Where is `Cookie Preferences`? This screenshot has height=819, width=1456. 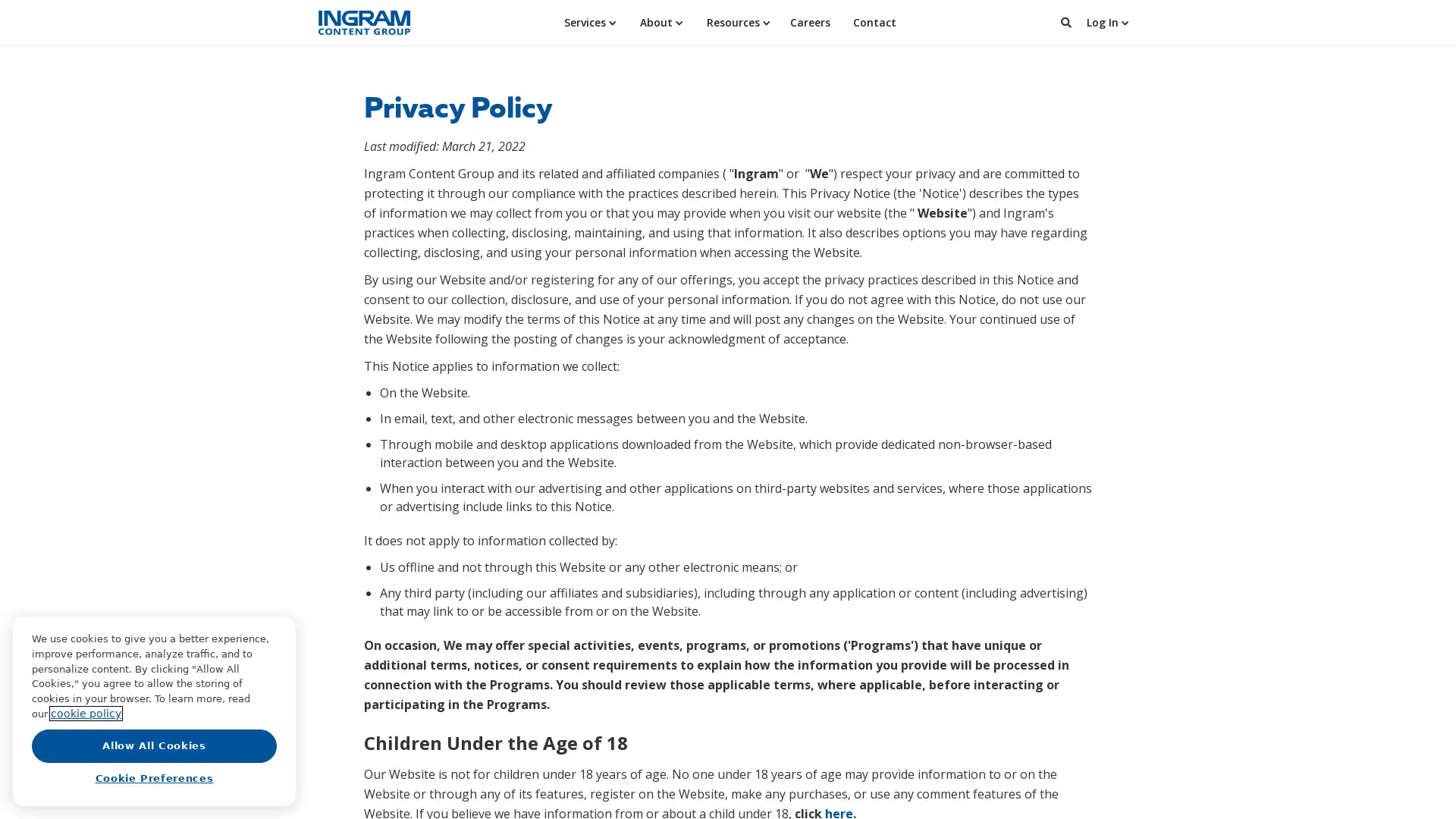
Cookie Preferences is located at coordinates (154, 778).